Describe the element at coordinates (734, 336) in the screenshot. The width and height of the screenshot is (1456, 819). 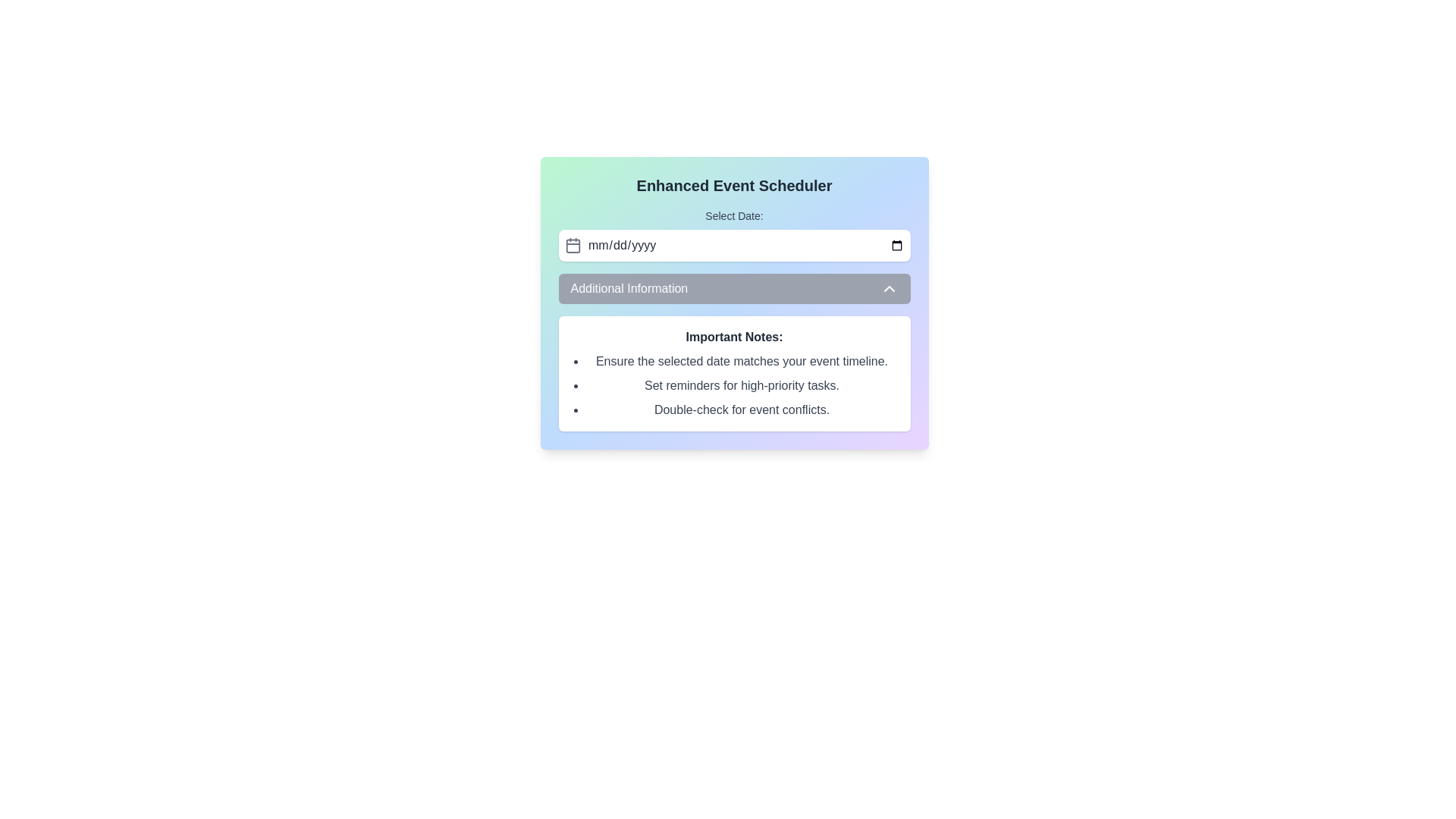
I see `the Static Text element that serves as a header for the list of instructions, positioned between the gray 'Additional Information' bar and the bulleted list` at that location.